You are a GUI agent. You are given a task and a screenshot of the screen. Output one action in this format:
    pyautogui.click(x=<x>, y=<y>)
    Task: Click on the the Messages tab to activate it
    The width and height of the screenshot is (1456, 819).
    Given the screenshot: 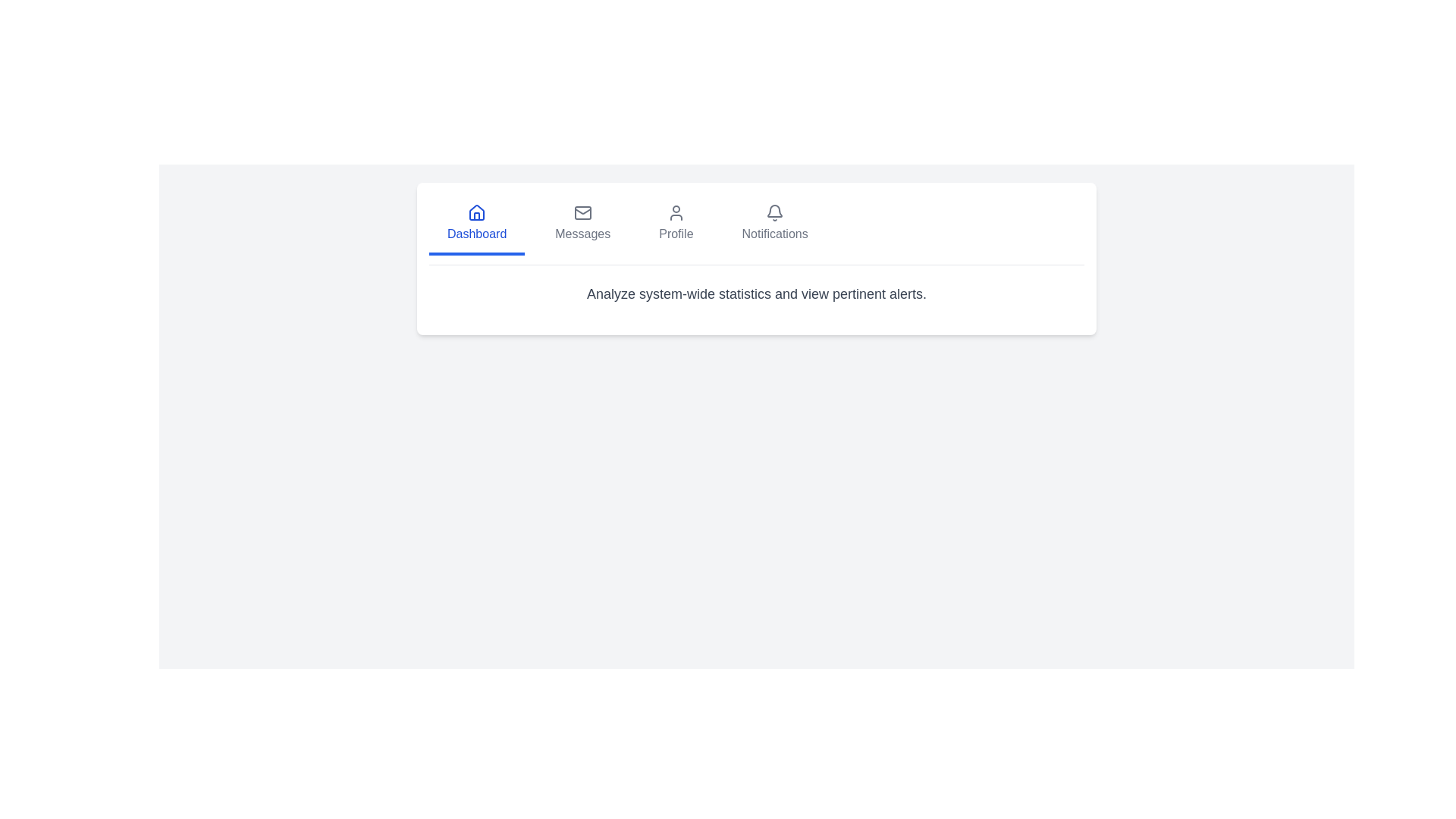 What is the action you would take?
    pyautogui.click(x=582, y=225)
    